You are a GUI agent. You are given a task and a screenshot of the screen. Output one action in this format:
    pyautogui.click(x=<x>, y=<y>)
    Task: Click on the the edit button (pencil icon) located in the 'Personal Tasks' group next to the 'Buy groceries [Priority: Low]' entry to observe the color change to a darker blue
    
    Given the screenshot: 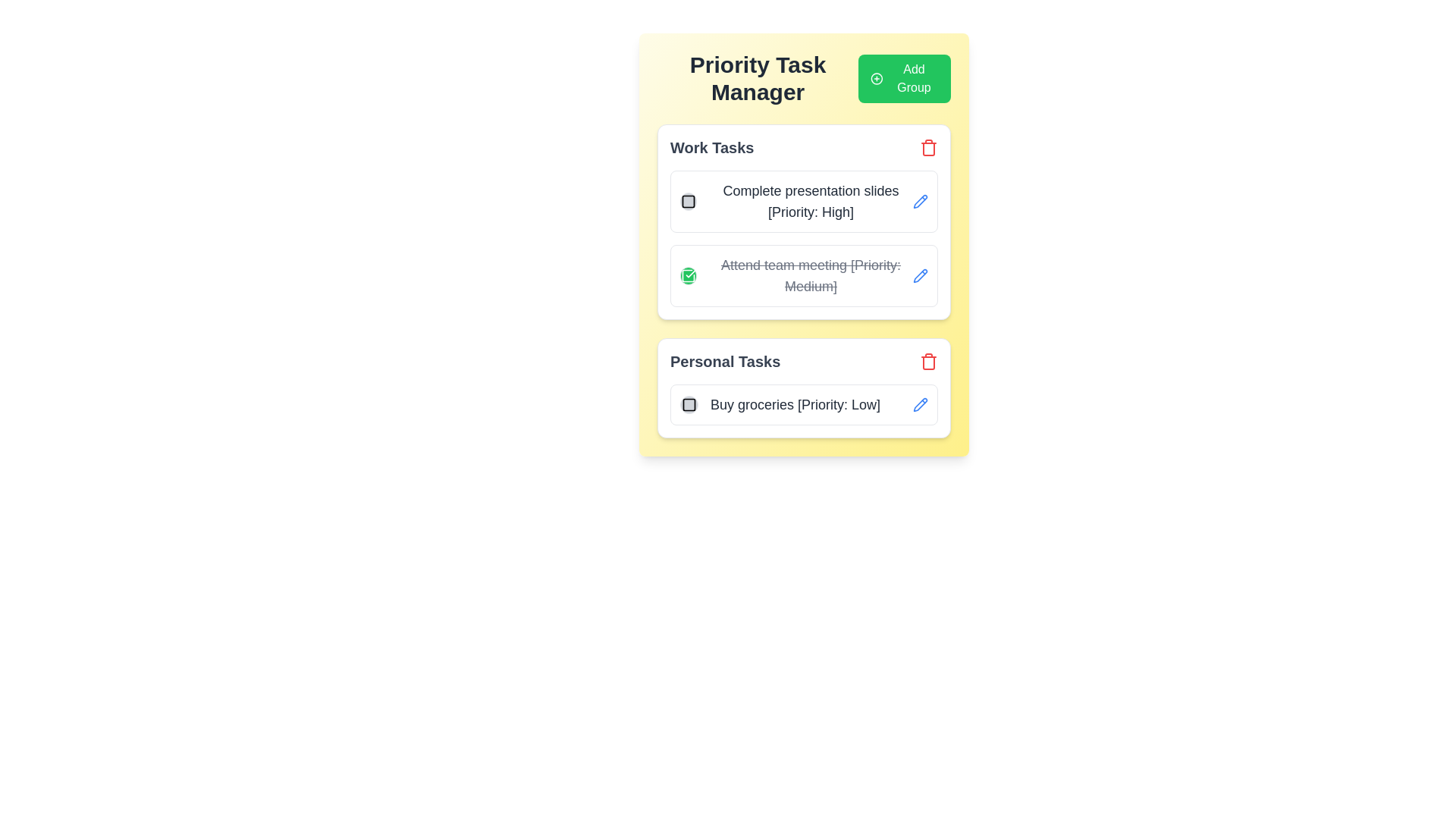 What is the action you would take?
    pyautogui.click(x=920, y=403)
    